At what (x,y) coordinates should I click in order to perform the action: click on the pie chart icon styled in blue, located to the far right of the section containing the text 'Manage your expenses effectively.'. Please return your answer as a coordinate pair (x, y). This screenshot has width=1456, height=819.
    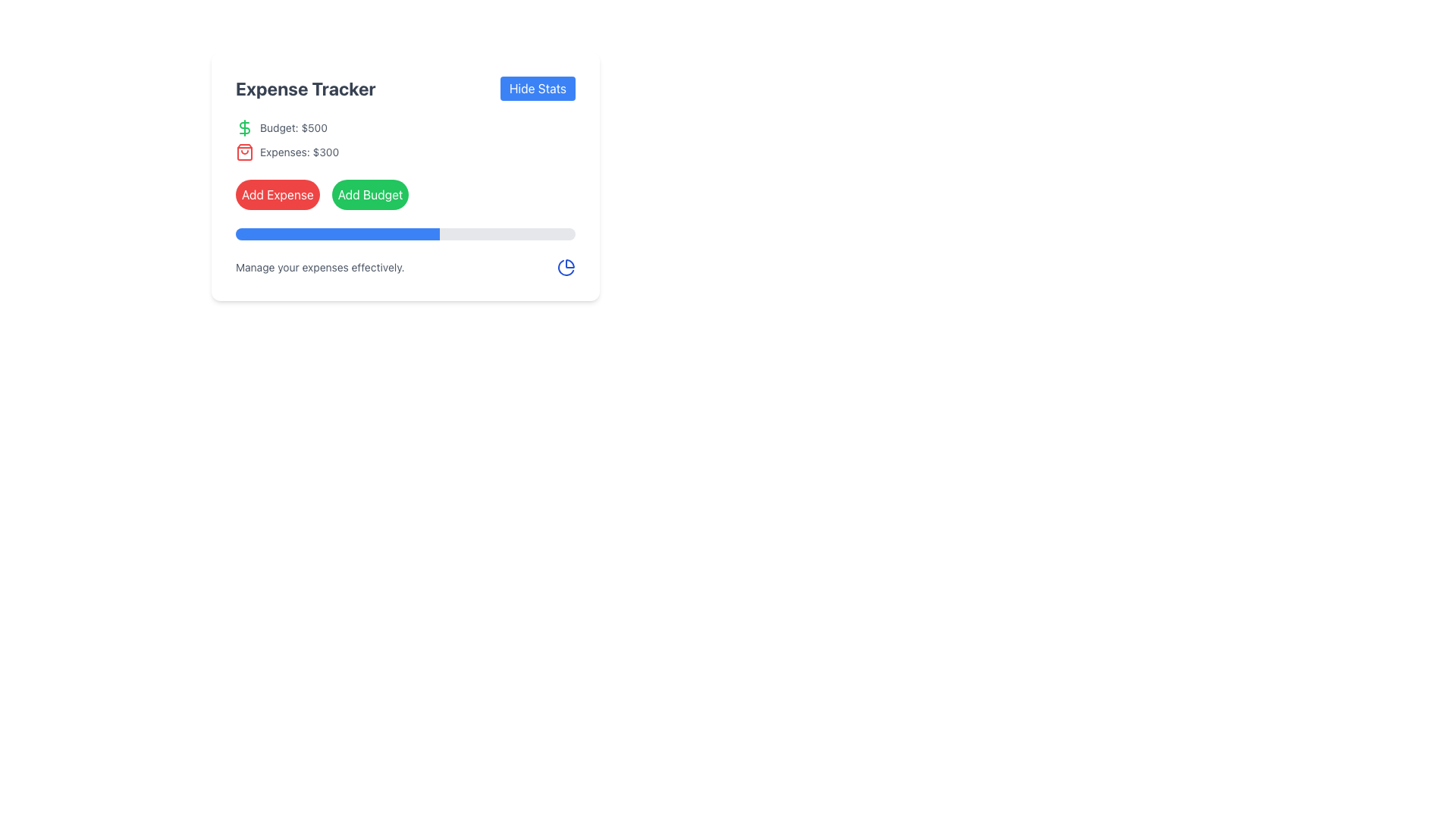
    Looking at the image, I should click on (566, 267).